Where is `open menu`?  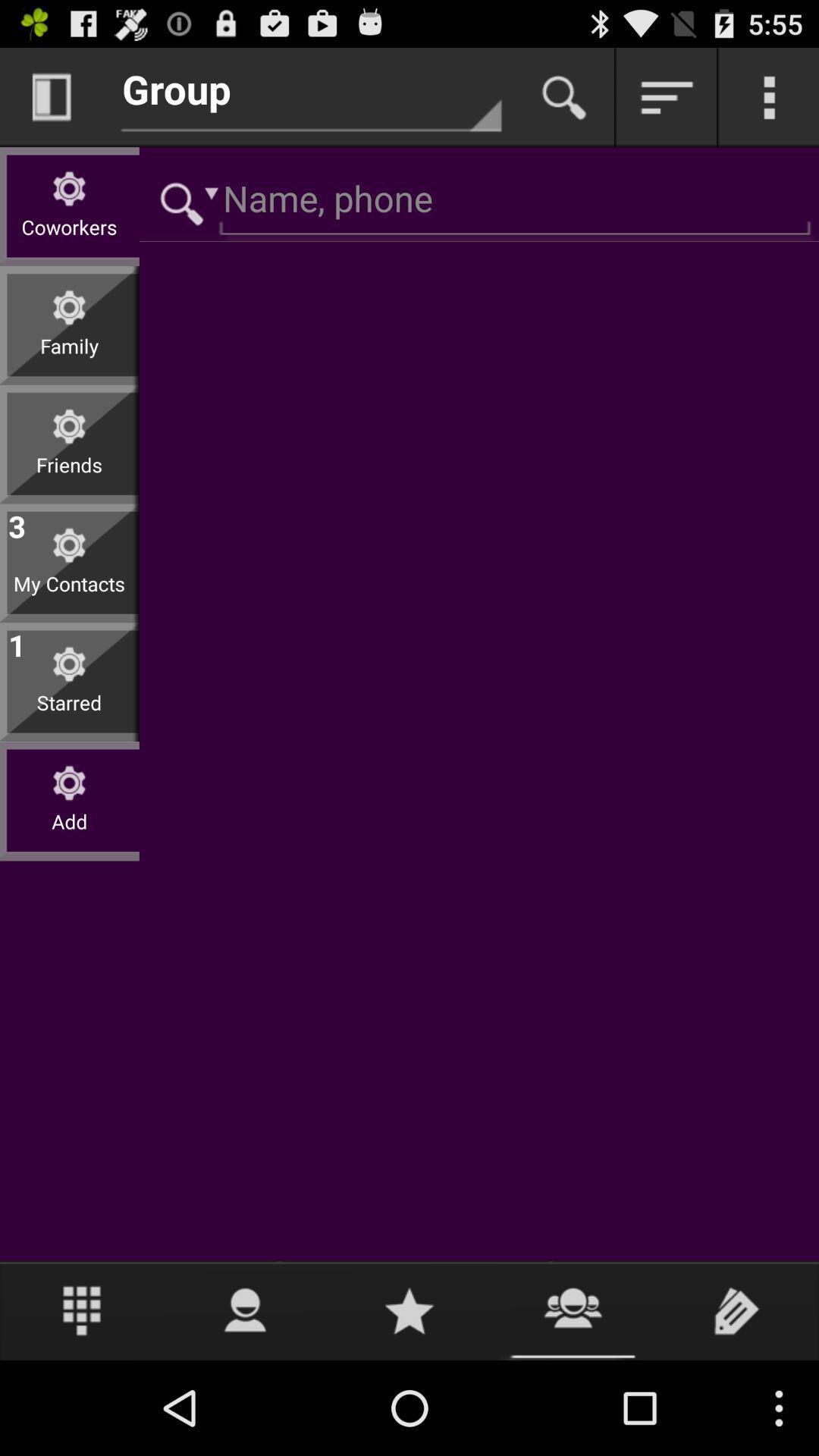 open menu is located at coordinates (82, 1310).